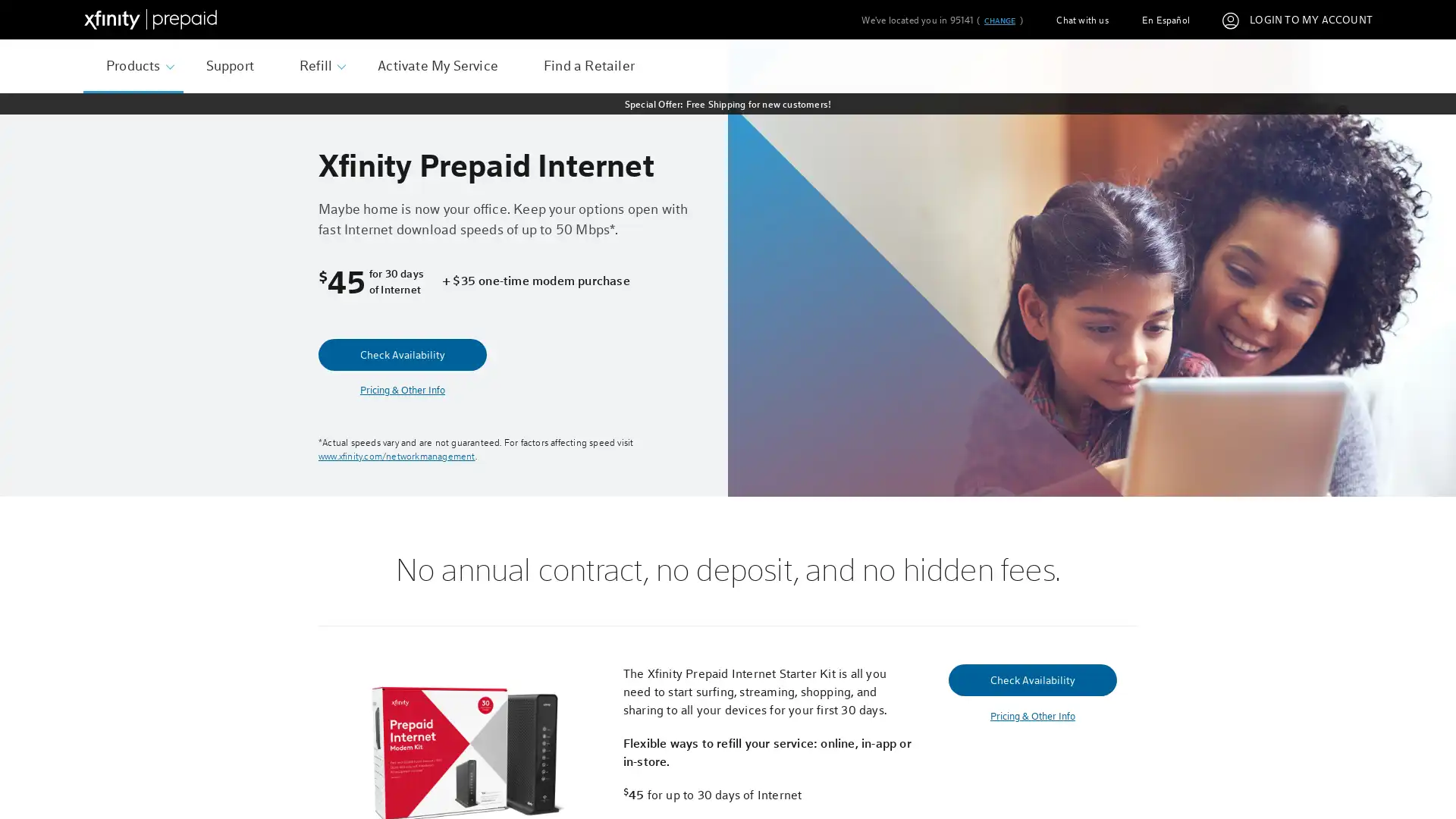 The image size is (1456, 819). What do you see at coordinates (403, 389) in the screenshot?
I see `Pricing & Other Info` at bounding box center [403, 389].